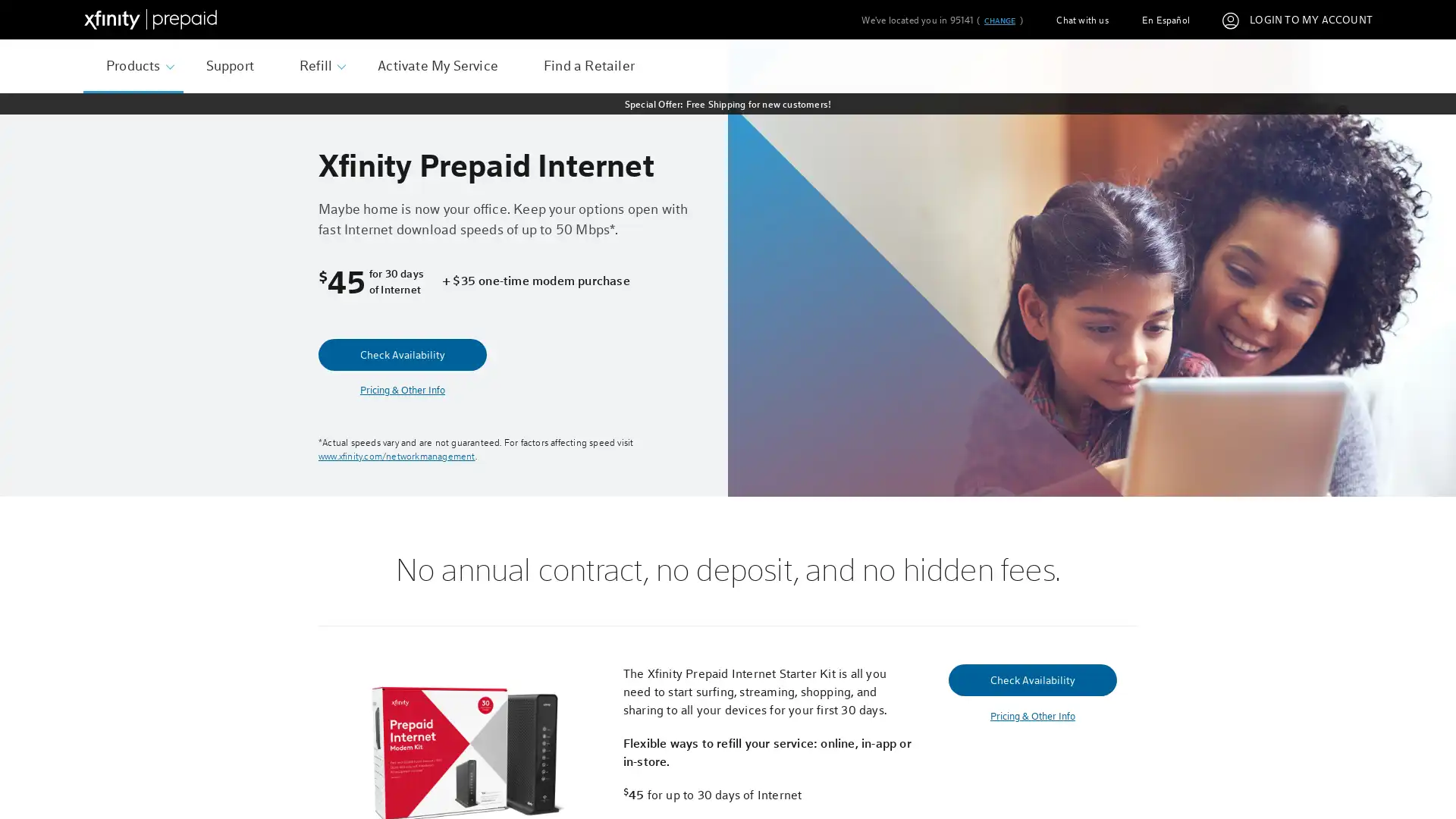 The image size is (1456, 819). What do you see at coordinates (403, 389) in the screenshot?
I see `Pricing & Other Info` at bounding box center [403, 389].